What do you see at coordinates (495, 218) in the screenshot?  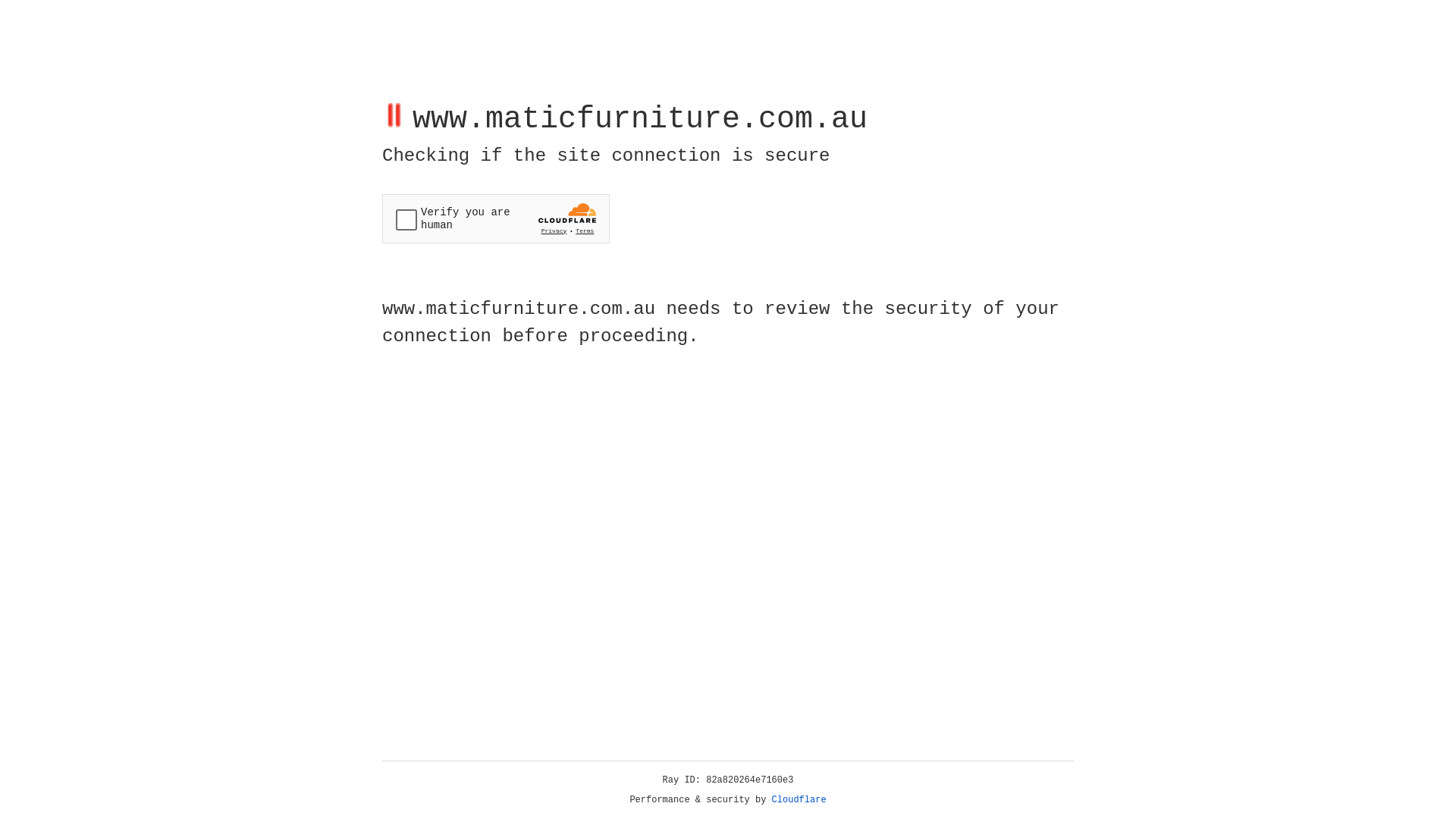 I see `'Widget containing a Cloudflare security challenge'` at bounding box center [495, 218].